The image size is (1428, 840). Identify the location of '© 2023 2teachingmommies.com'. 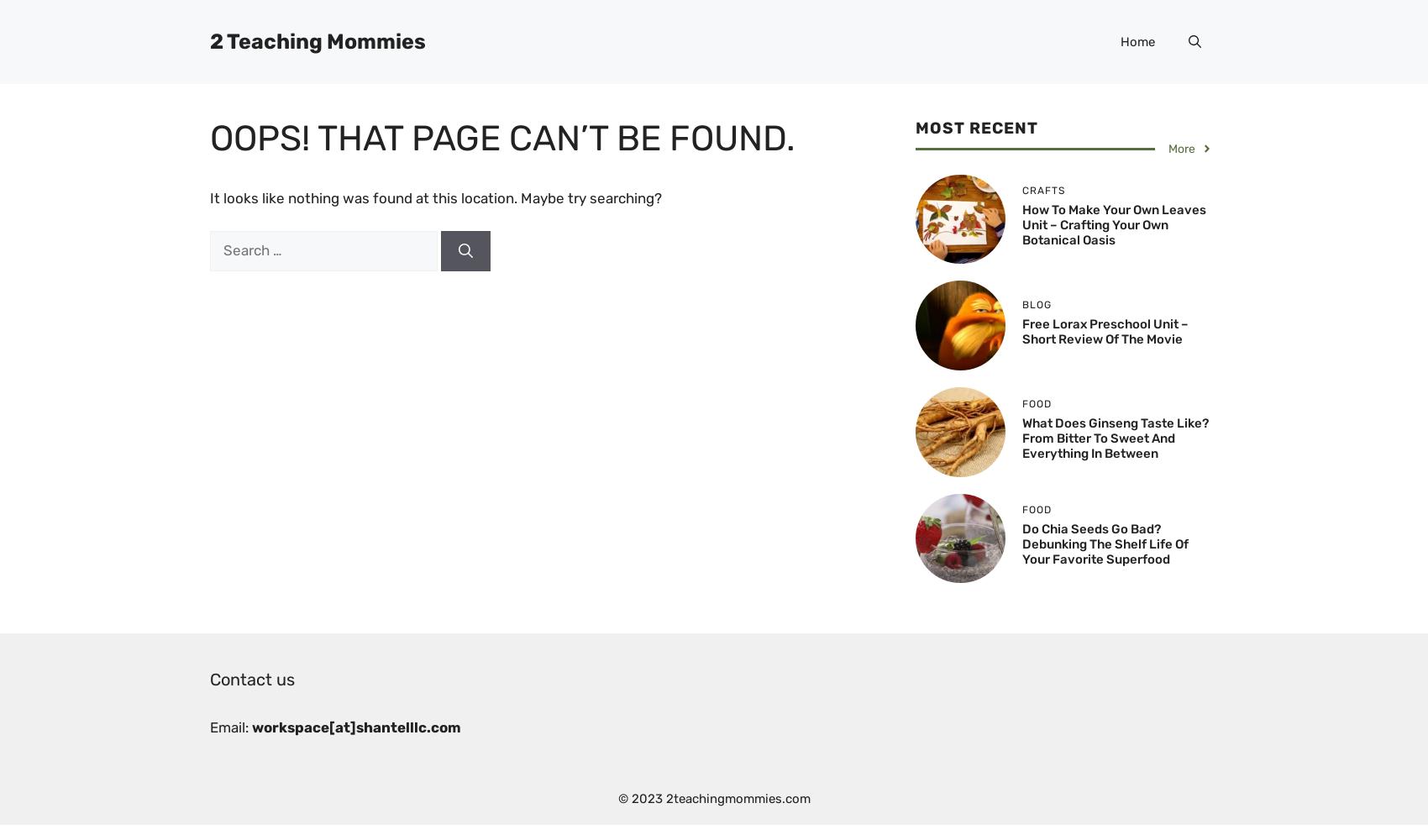
(712, 797).